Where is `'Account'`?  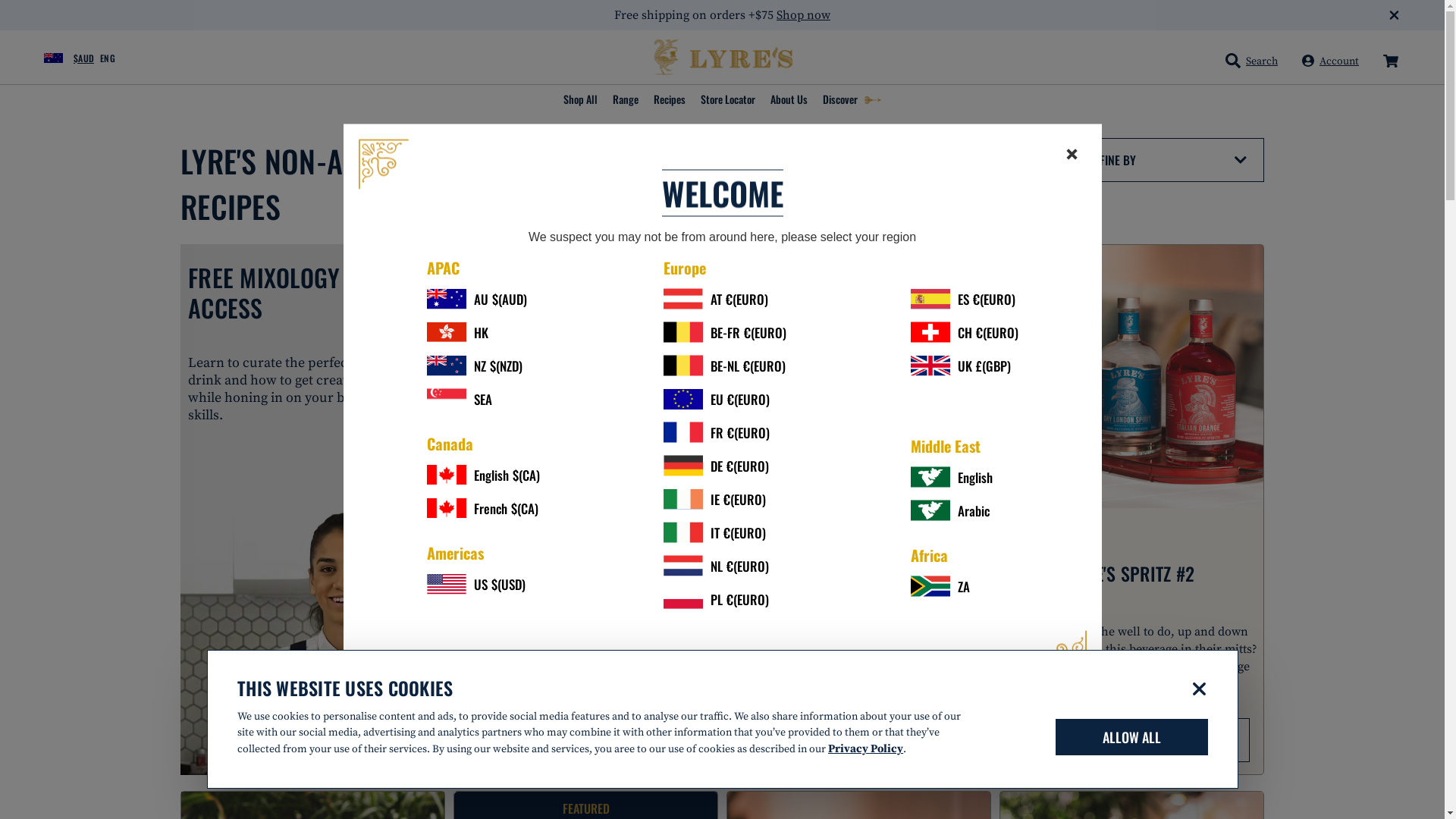 'Account' is located at coordinates (1329, 61).